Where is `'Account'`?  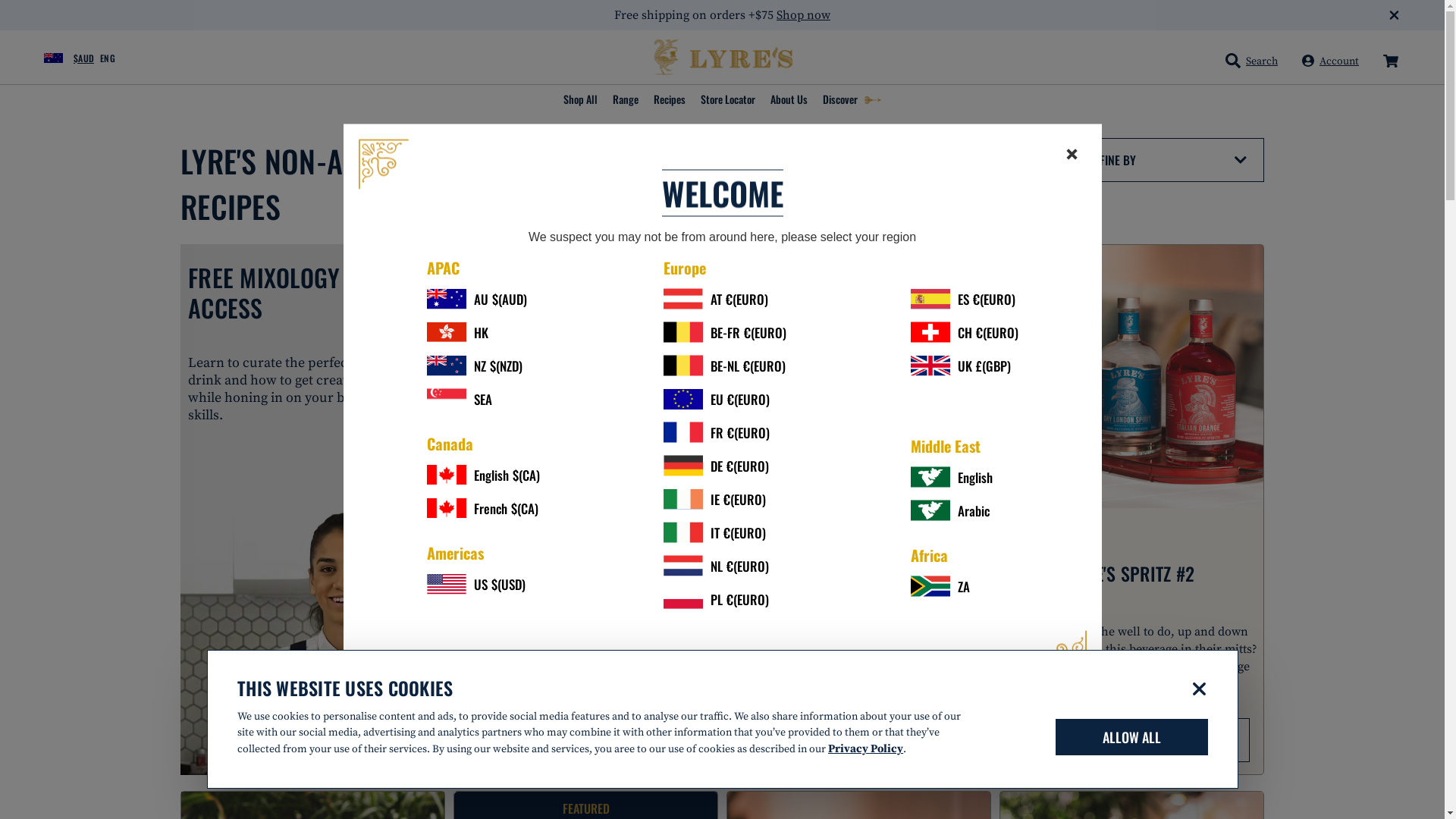 'Account' is located at coordinates (1329, 61).